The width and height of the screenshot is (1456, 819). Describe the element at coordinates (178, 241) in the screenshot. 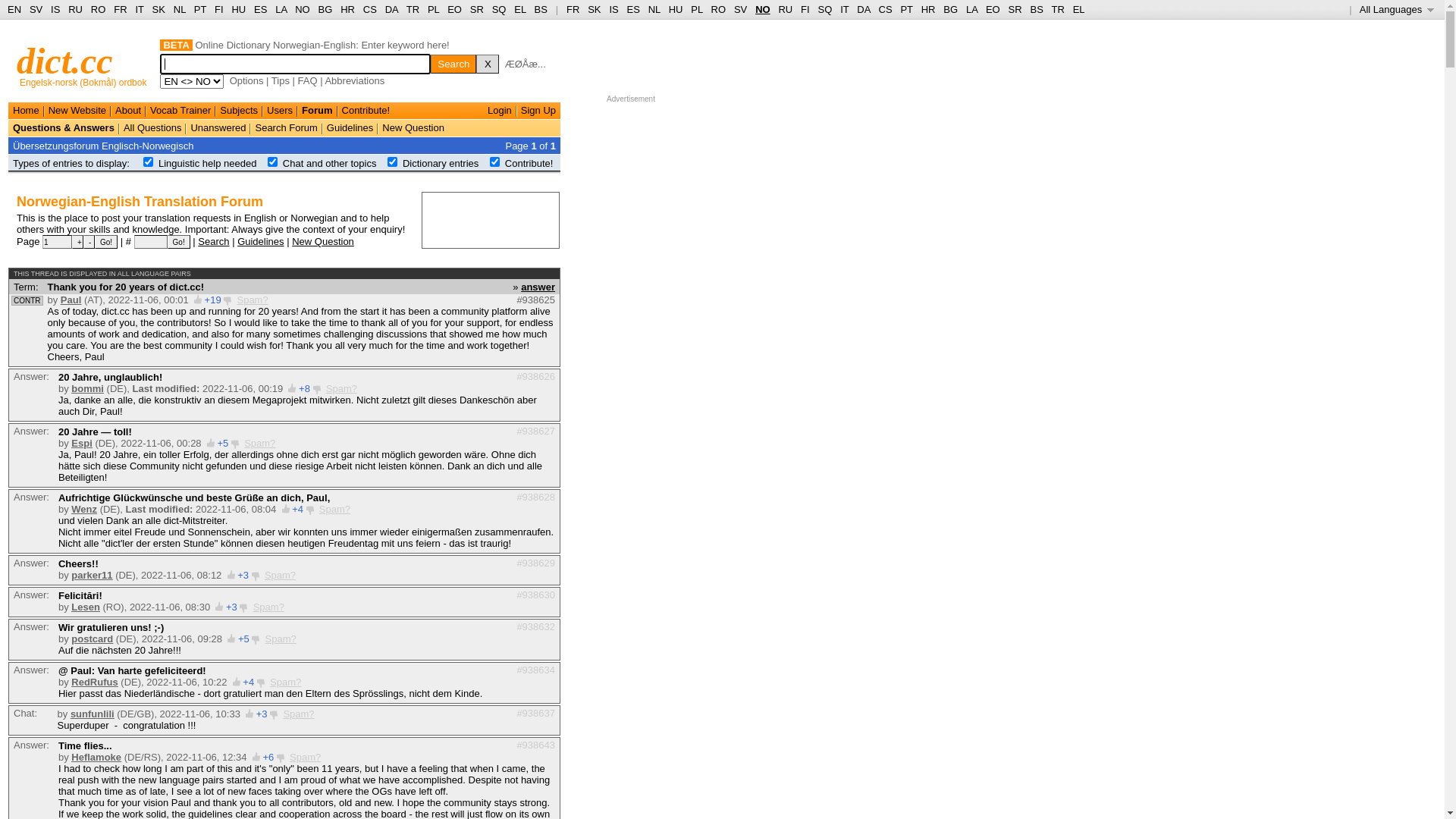

I see `'Go!'` at that location.